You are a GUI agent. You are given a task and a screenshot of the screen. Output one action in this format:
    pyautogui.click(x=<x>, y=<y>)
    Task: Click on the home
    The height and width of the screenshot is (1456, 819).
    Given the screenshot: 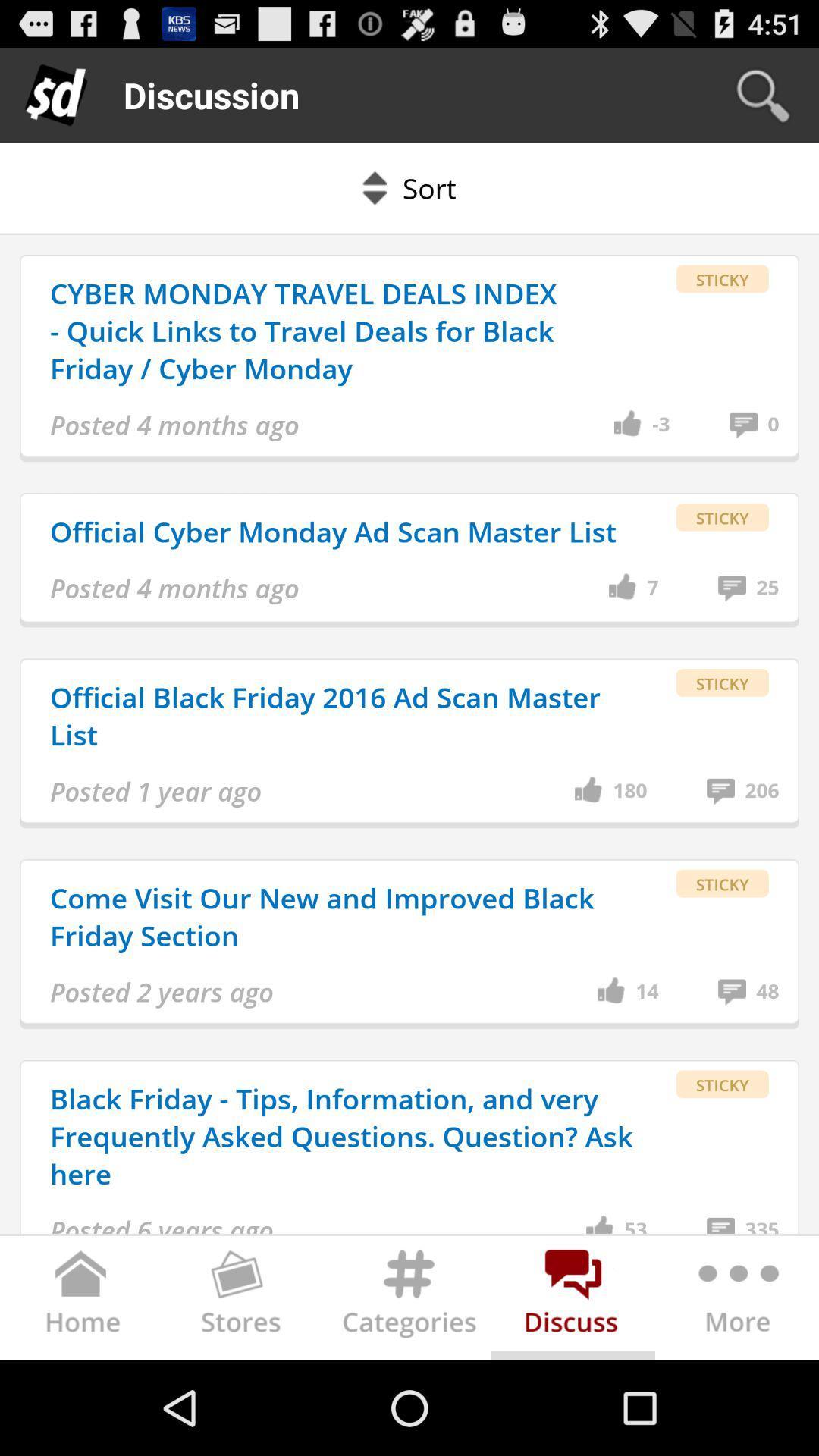 What is the action you would take?
    pyautogui.click(x=82, y=1301)
    